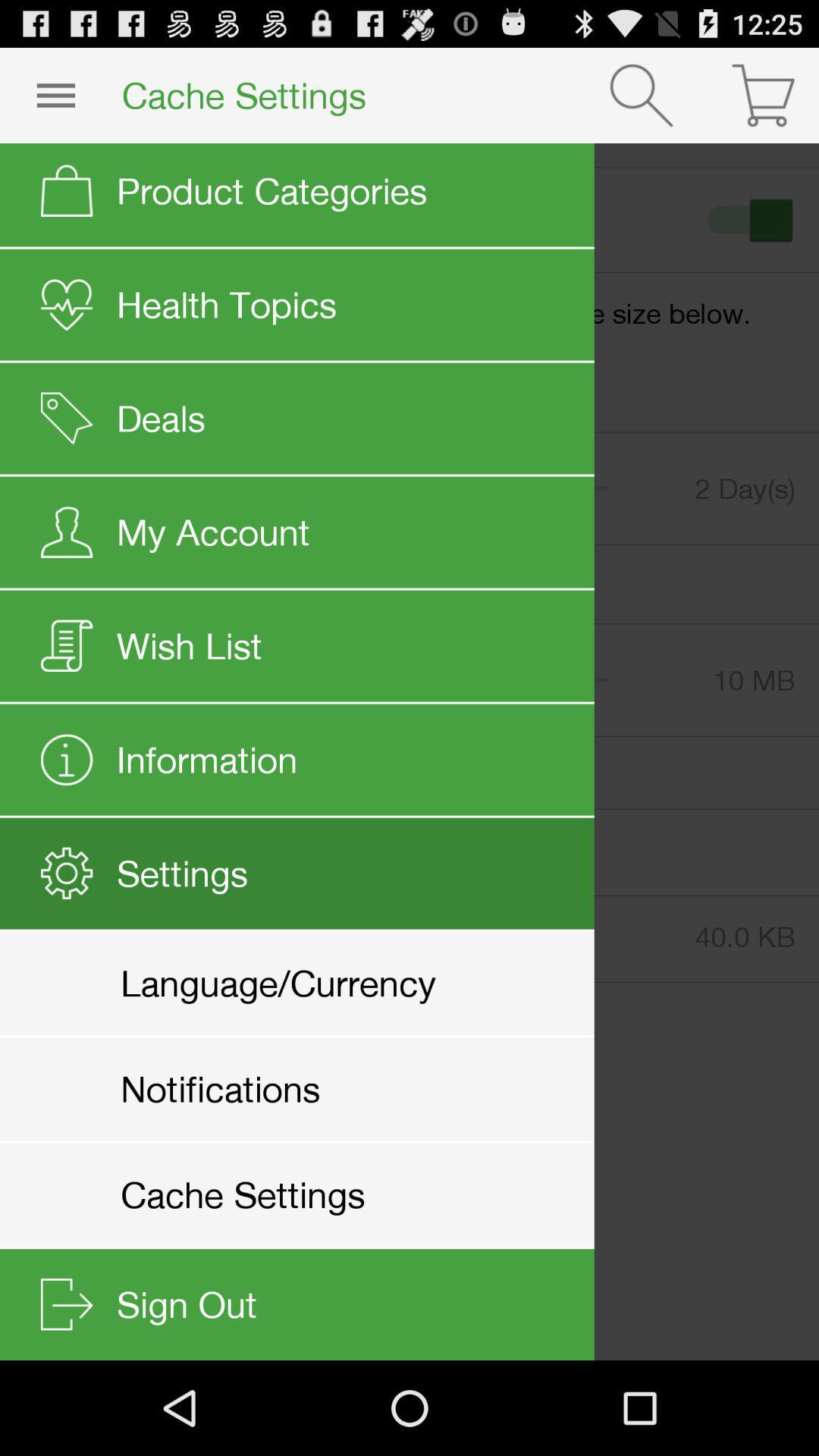 This screenshot has height=1456, width=819. What do you see at coordinates (641, 101) in the screenshot?
I see `the search icon` at bounding box center [641, 101].